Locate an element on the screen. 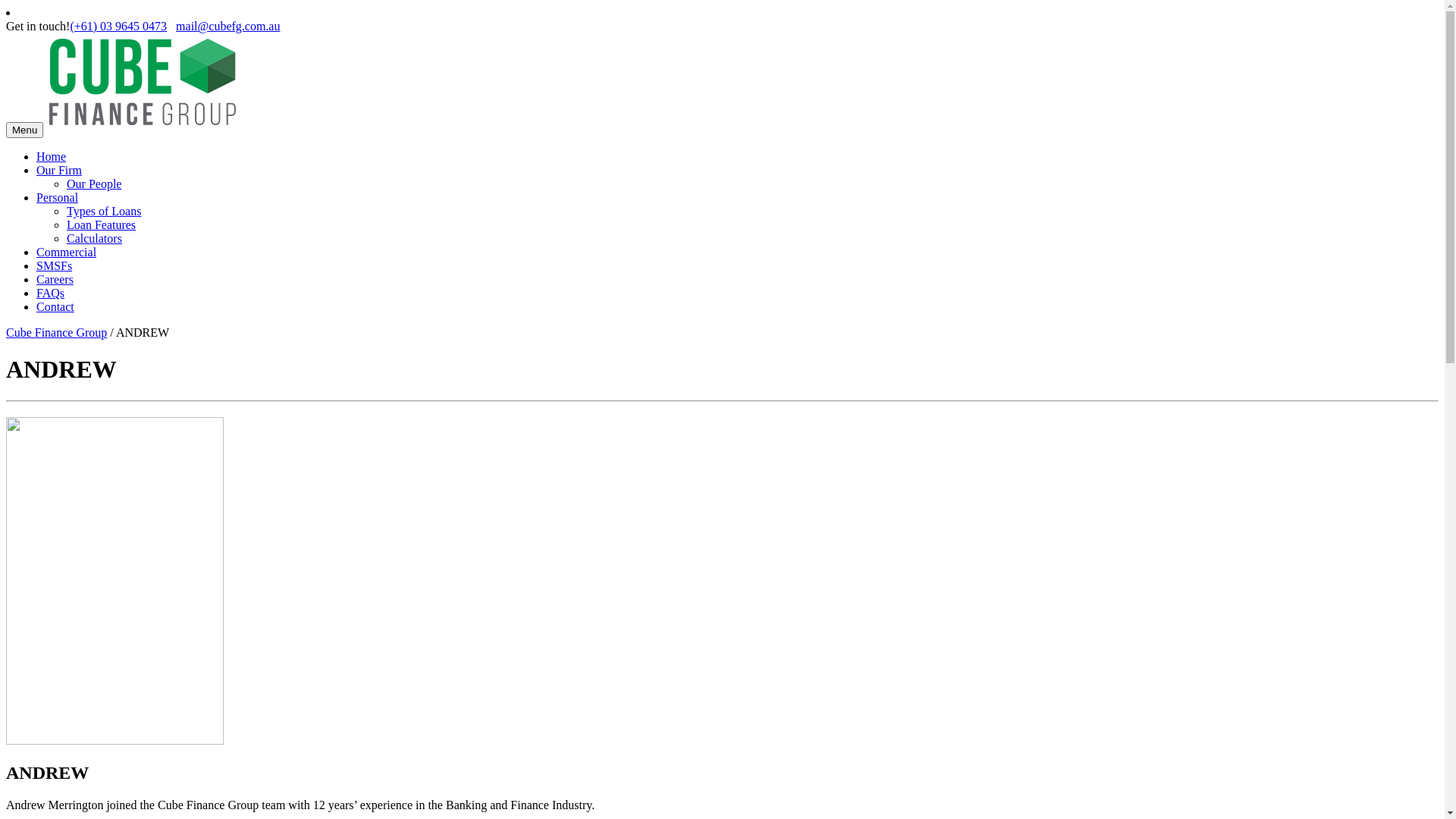 The image size is (1456, 819). 'Personal' is located at coordinates (57, 196).